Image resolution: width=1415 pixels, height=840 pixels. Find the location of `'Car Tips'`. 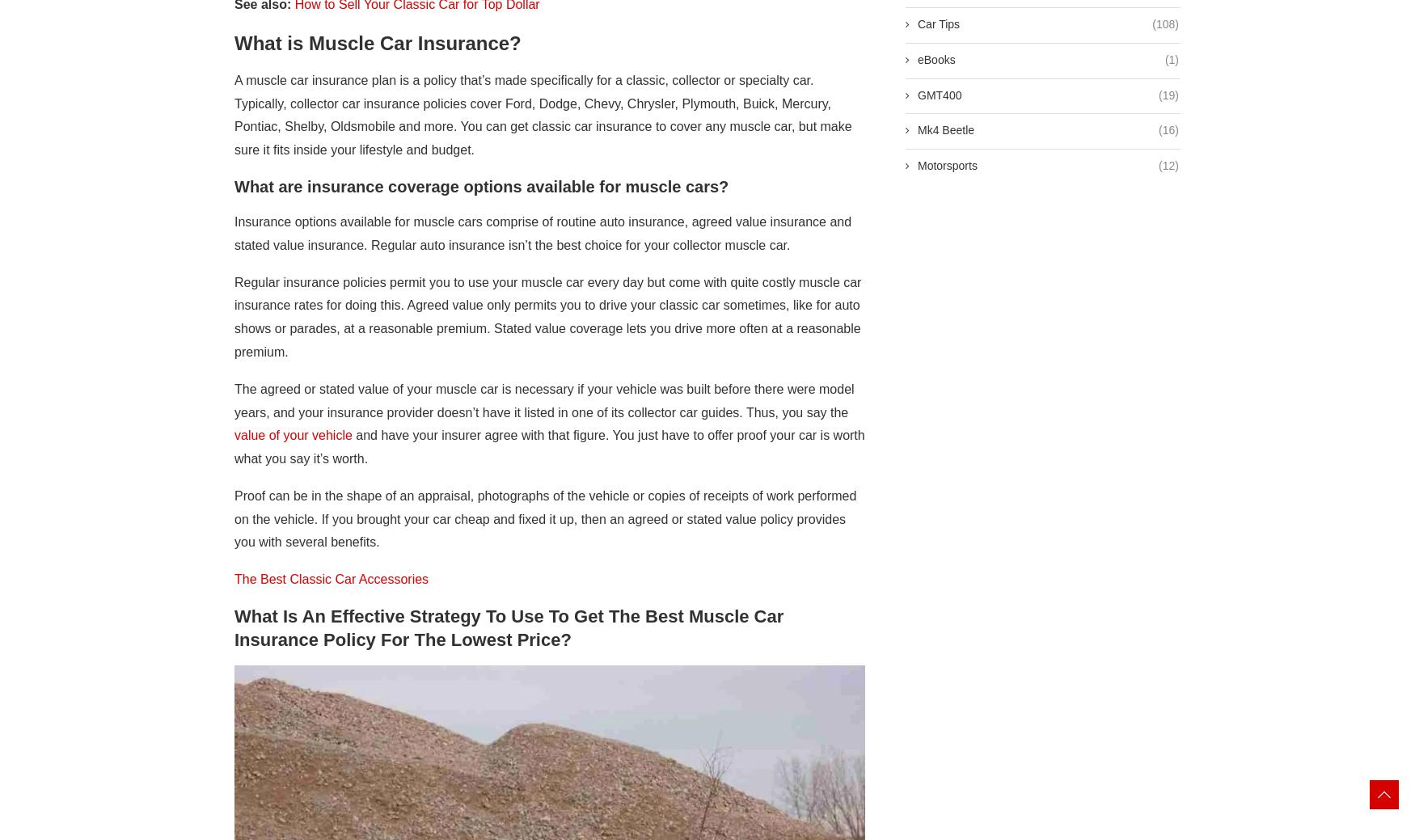

'Car Tips' is located at coordinates (937, 23).